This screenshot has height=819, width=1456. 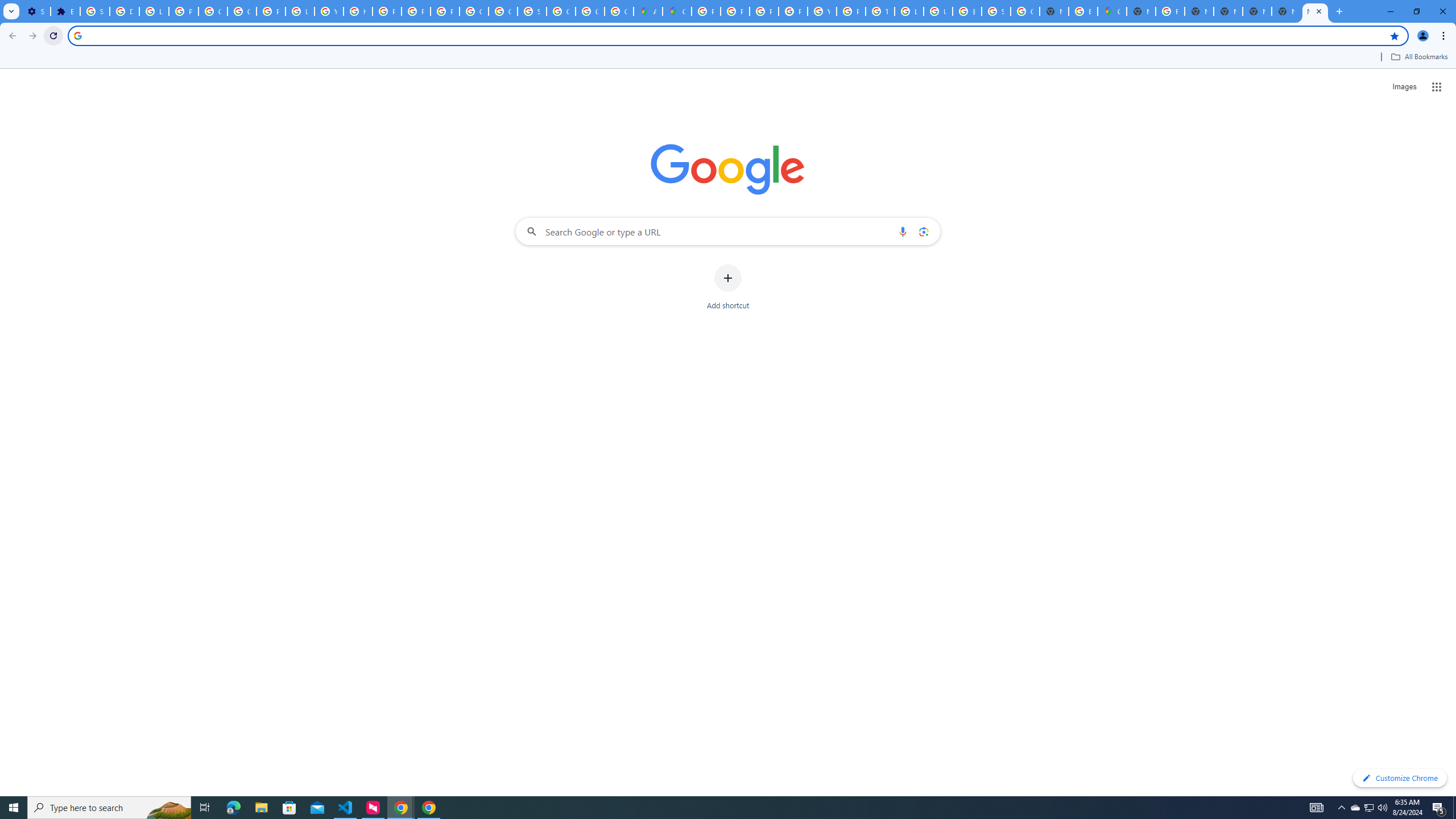 What do you see at coordinates (879, 11) in the screenshot?
I see `'Tips & tricks for Chrome - Google Chrome Help'` at bounding box center [879, 11].